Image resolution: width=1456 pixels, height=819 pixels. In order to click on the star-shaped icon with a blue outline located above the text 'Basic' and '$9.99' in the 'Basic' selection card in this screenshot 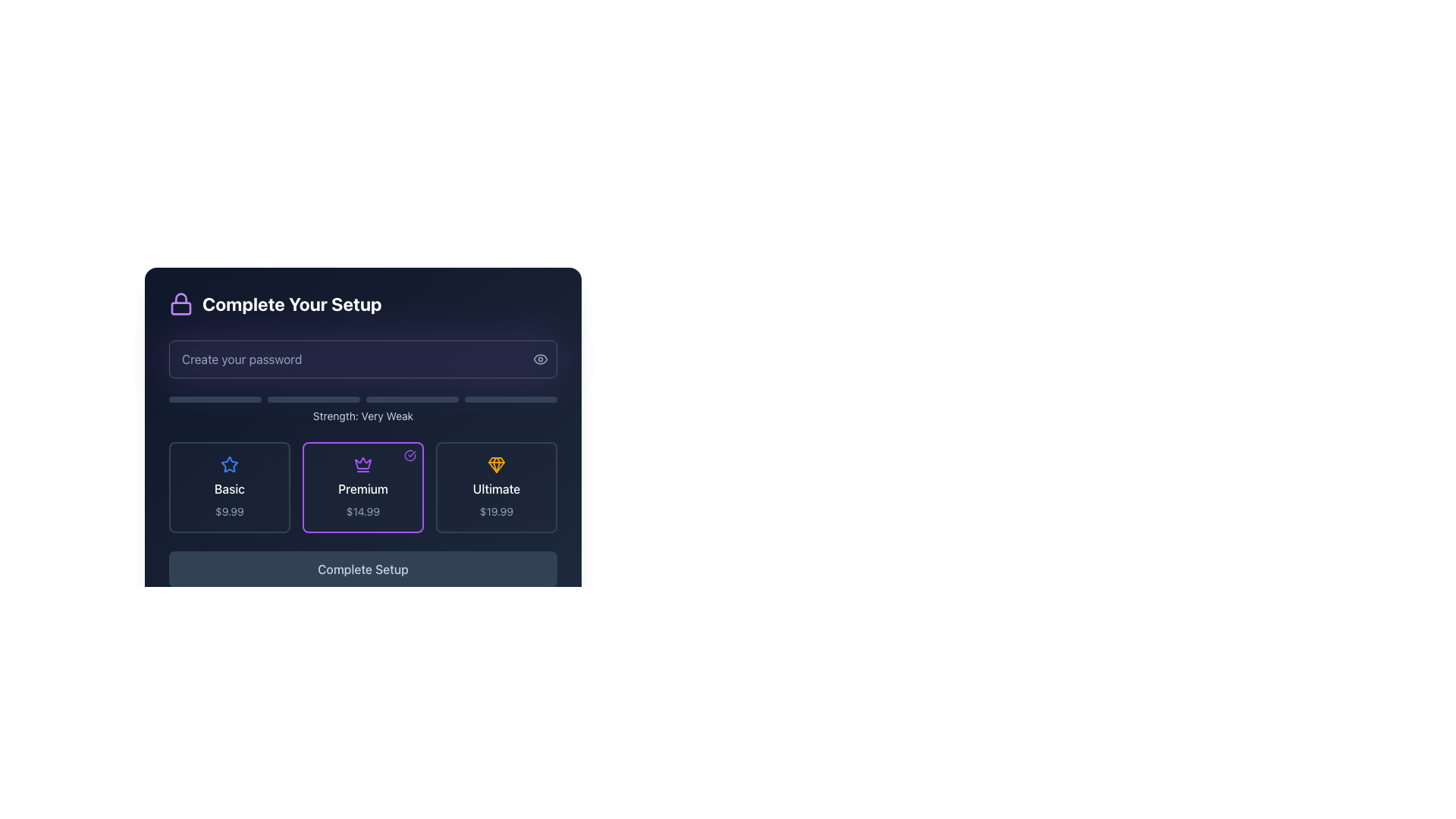, I will do `click(228, 464)`.